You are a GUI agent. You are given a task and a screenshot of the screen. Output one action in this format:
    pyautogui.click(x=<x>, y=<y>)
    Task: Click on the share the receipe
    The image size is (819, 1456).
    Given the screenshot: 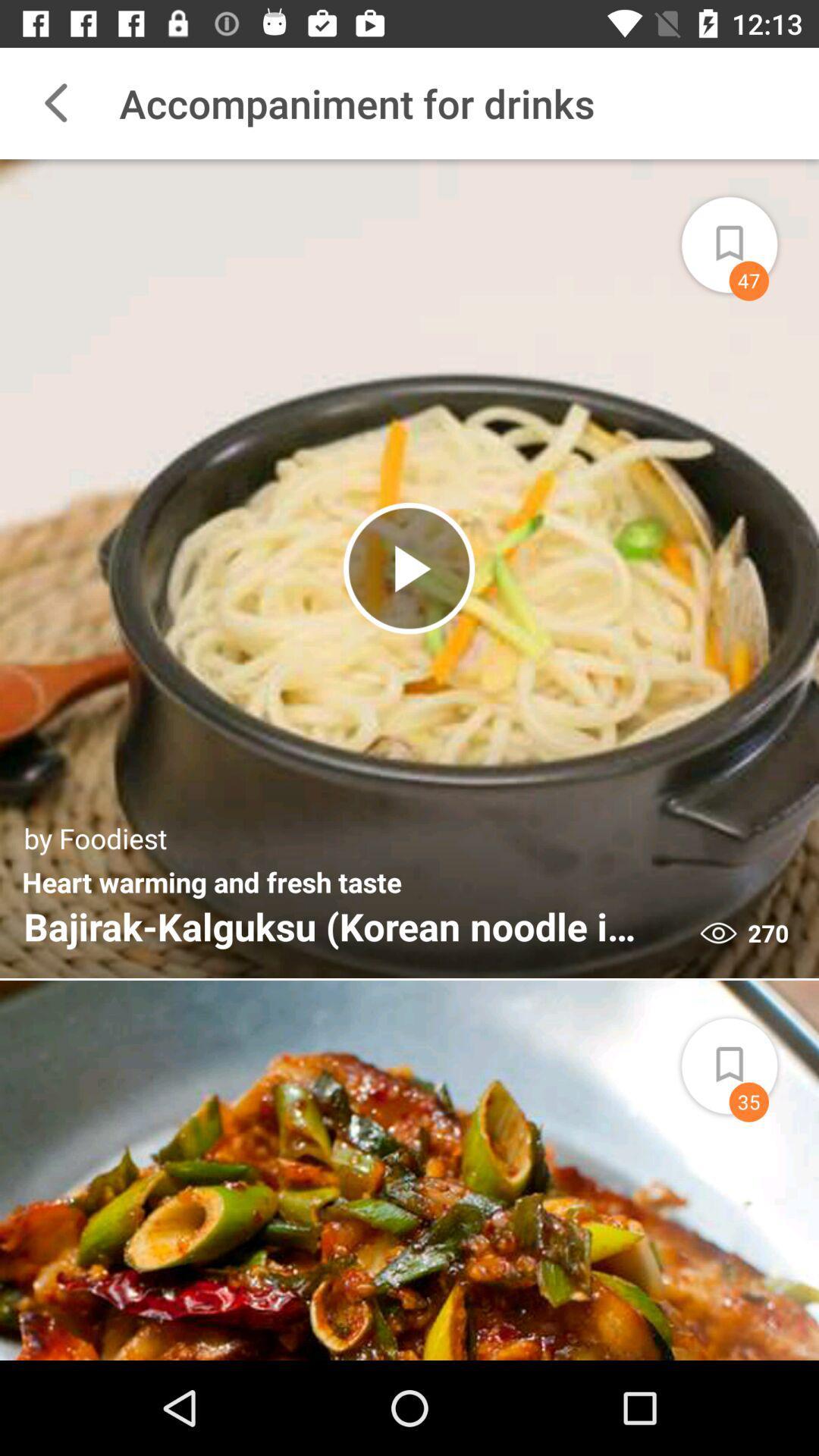 What is the action you would take?
    pyautogui.click(x=746, y=234)
    